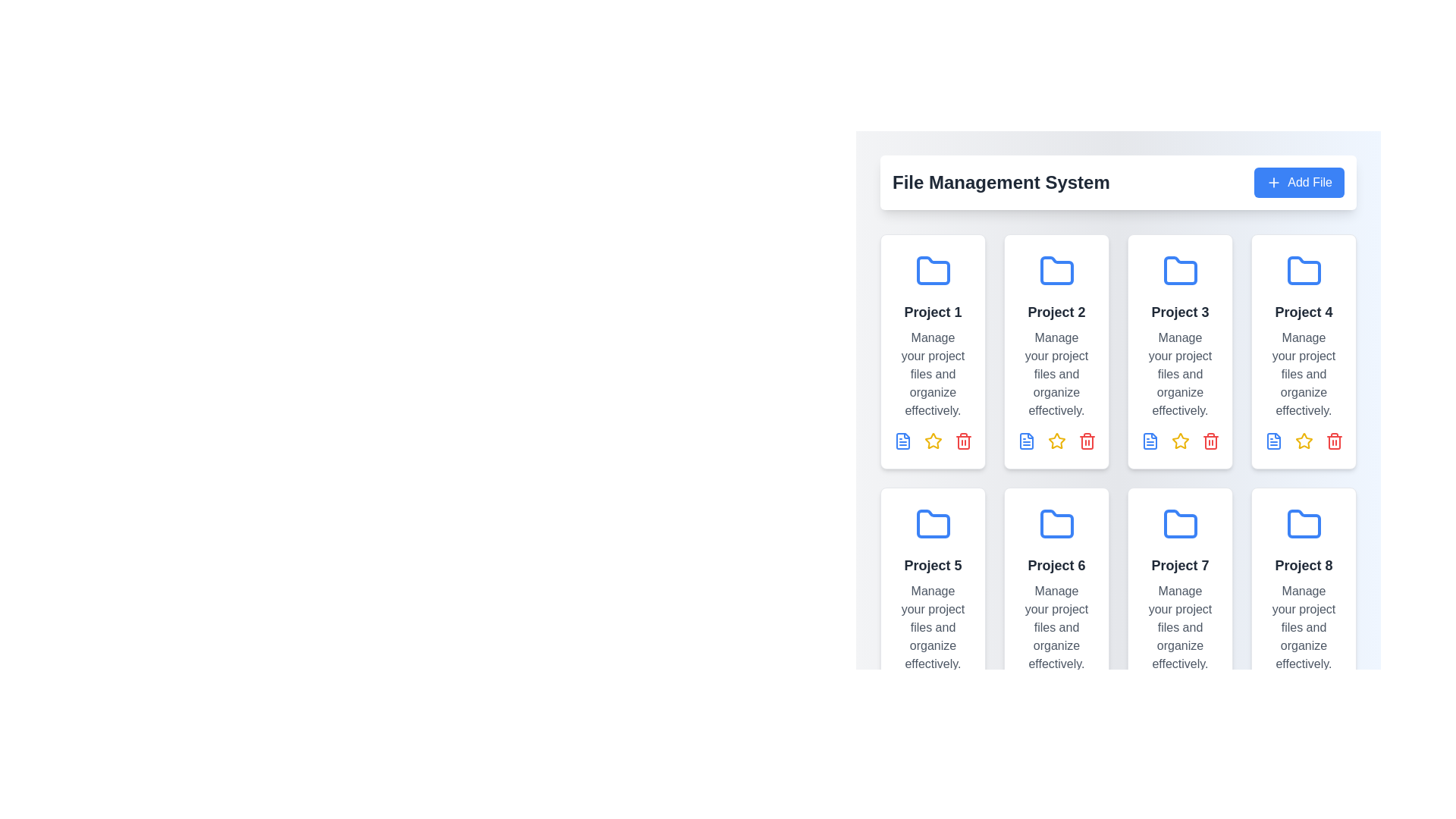 The image size is (1456, 819). What do you see at coordinates (1303, 628) in the screenshot?
I see `the Text Label that provides supplemental details about the project titled 'Project 8', located below the title and above file operation icons` at bounding box center [1303, 628].